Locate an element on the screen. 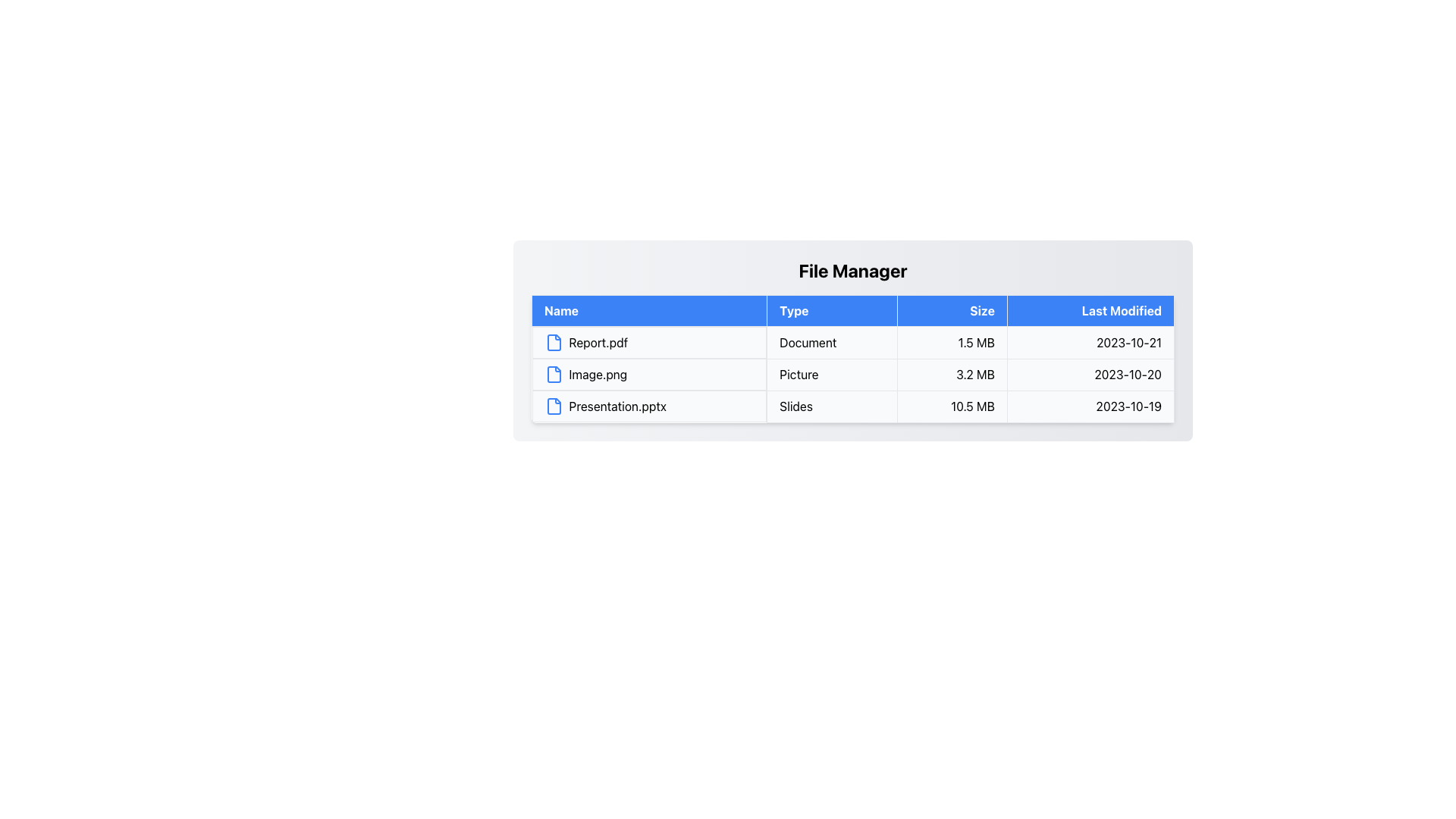 This screenshot has width=1456, height=819. the first row of the table representing a file entry in the file manager interface is located at coordinates (852, 342).